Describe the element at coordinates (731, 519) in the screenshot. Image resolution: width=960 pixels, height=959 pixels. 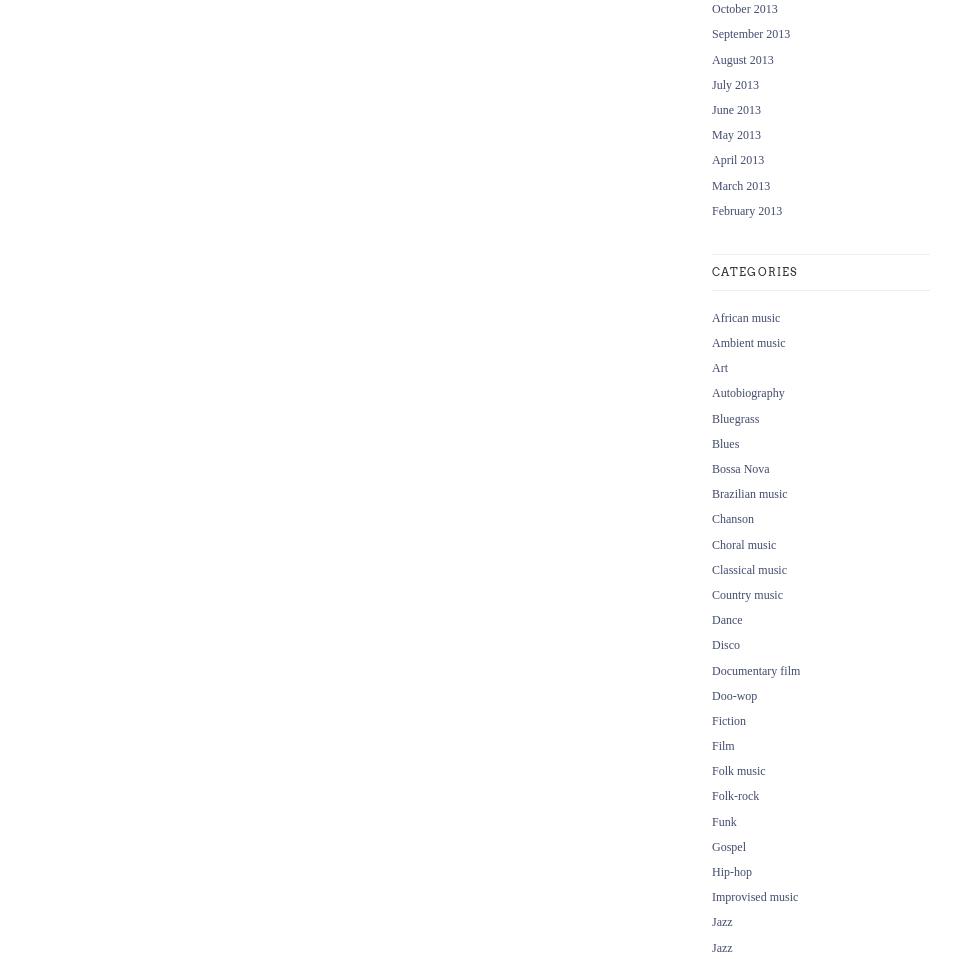
I see `'Chanson'` at that location.